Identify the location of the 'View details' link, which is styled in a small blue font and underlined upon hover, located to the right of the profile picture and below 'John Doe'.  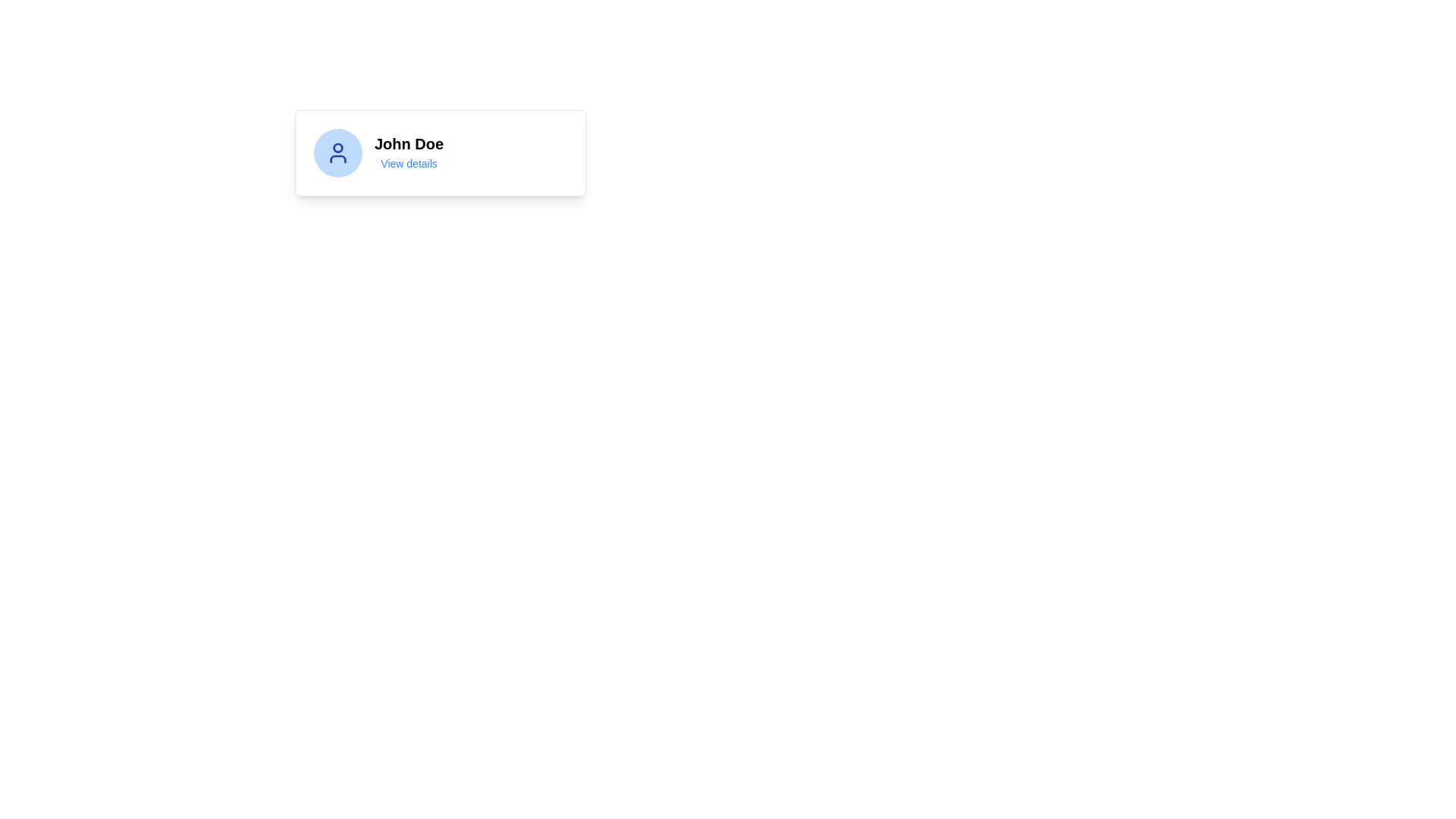
(409, 164).